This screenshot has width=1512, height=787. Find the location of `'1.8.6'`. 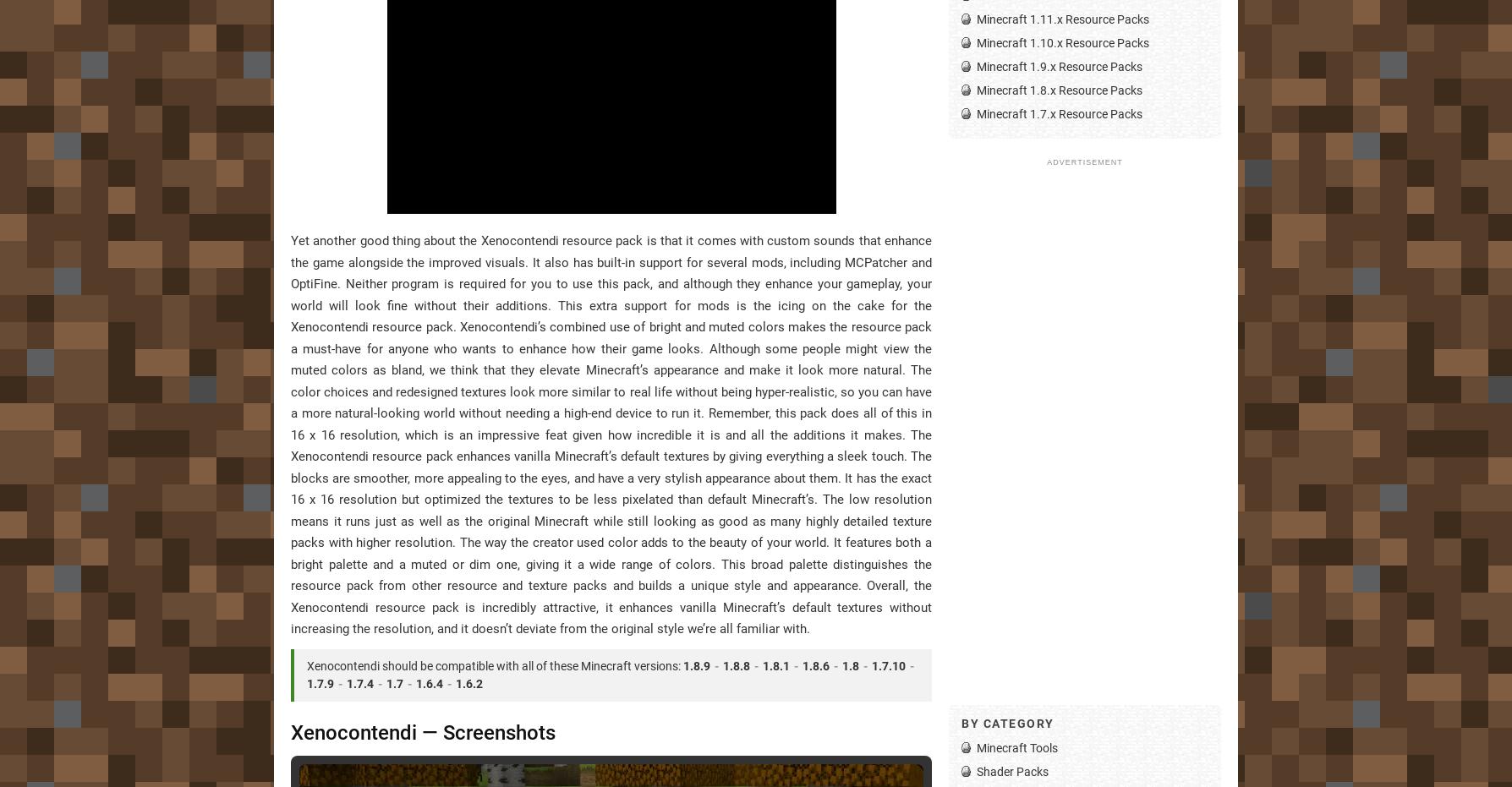

'1.8.6' is located at coordinates (815, 664).